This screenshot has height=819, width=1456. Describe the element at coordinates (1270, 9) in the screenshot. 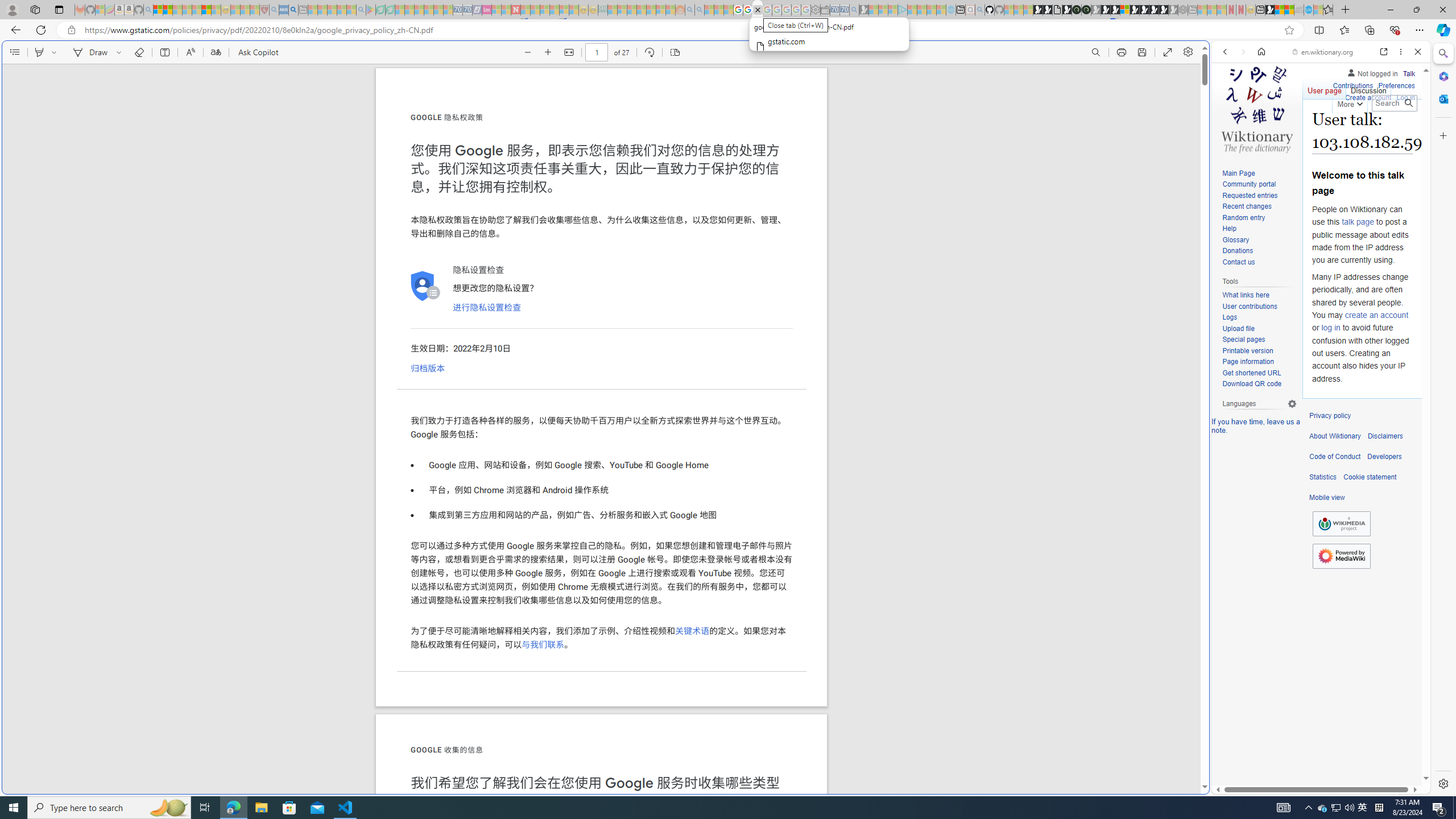

I see `'MSN'` at that location.